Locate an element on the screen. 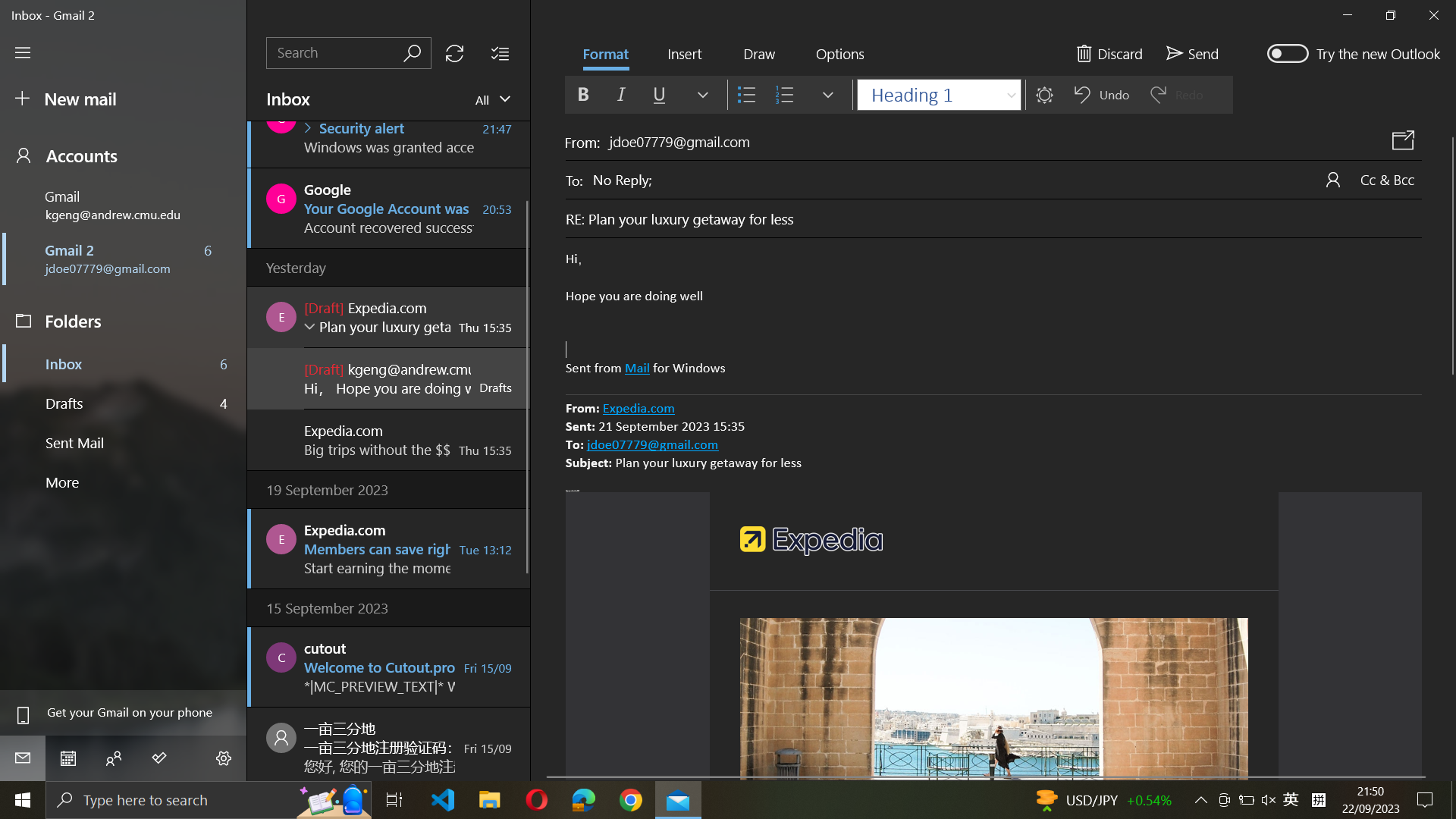 The height and width of the screenshot is (819, 1456). a fresh email composition window is located at coordinates (121, 99).